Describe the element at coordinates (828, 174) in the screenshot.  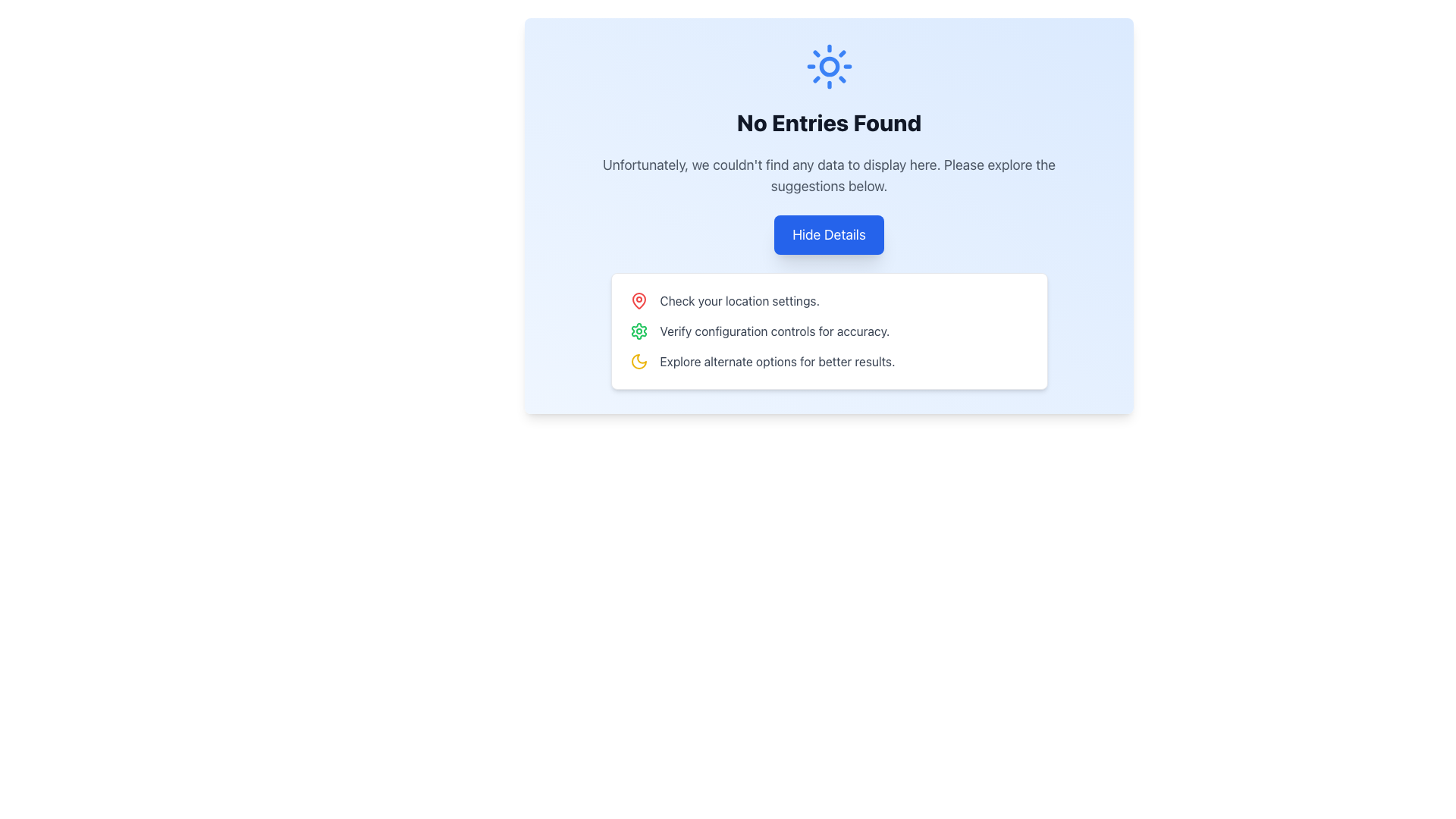
I see `text displayed in the centered text component that says 'Unfortunately, we couldn't find any data to display here. Please explore the suggestions below.'` at that location.